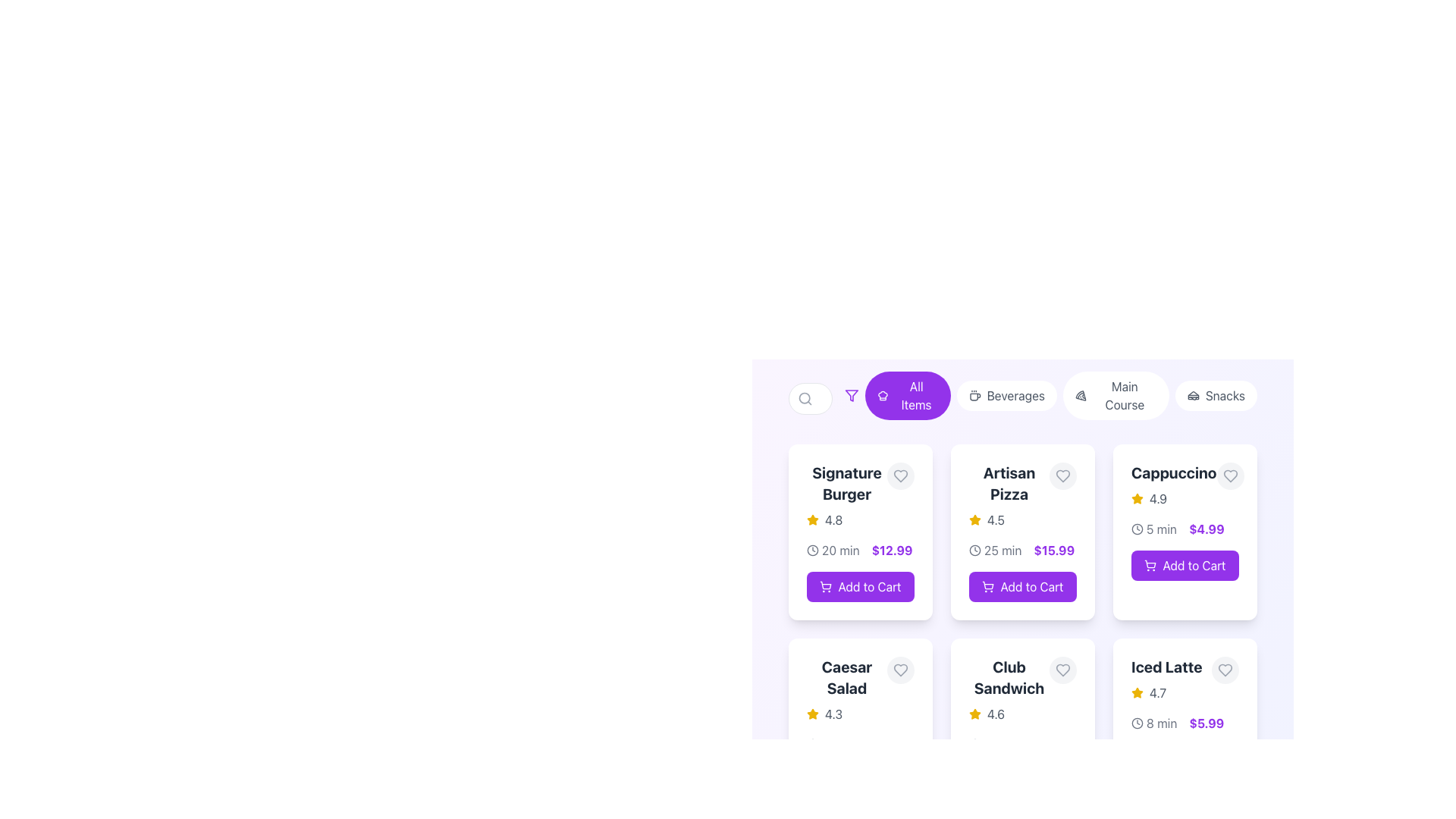  What do you see at coordinates (1160, 529) in the screenshot?
I see `the static text label that provides the estimated preparation or delivery time for the 'Cappuccino', located to the right of the clock icon in the top-right area of the product grid's third card` at bounding box center [1160, 529].